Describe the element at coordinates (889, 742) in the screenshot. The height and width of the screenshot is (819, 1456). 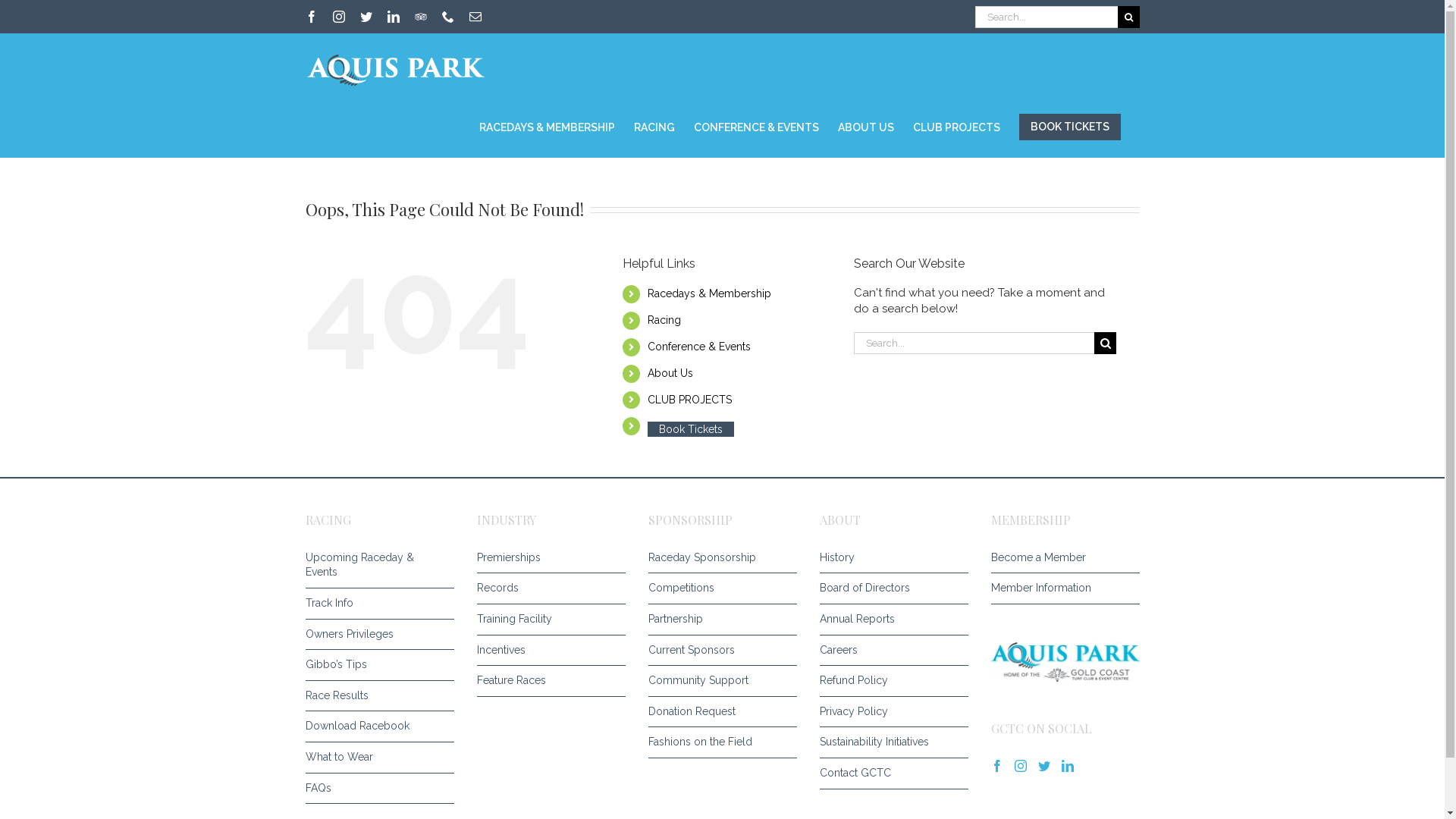
I see `'Sustainability Initiatives'` at that location.